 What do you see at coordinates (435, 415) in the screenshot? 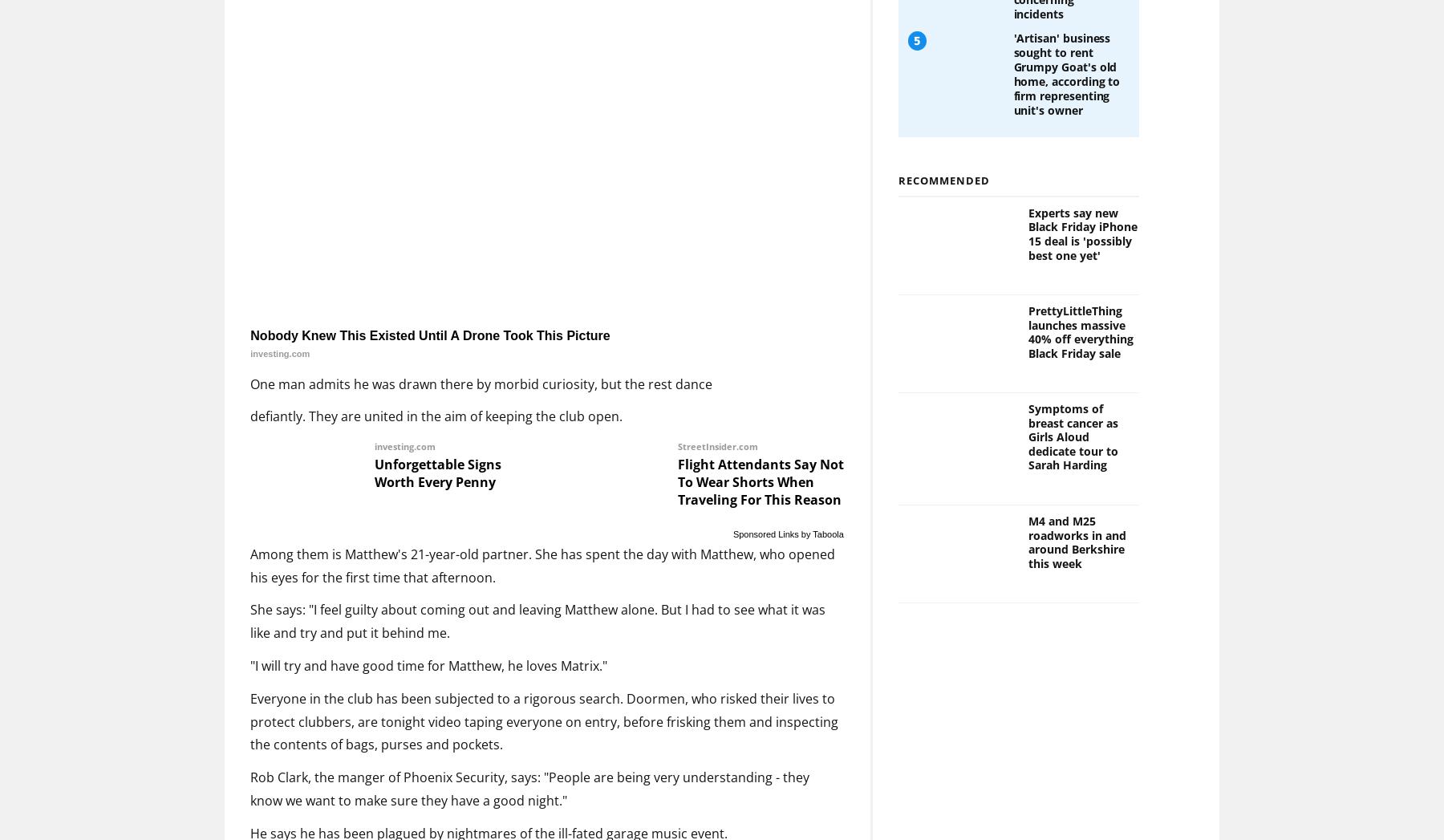
I see `'defiantly. They are united in the aim of keeping the club open.'` at bounding box center [435, 415].